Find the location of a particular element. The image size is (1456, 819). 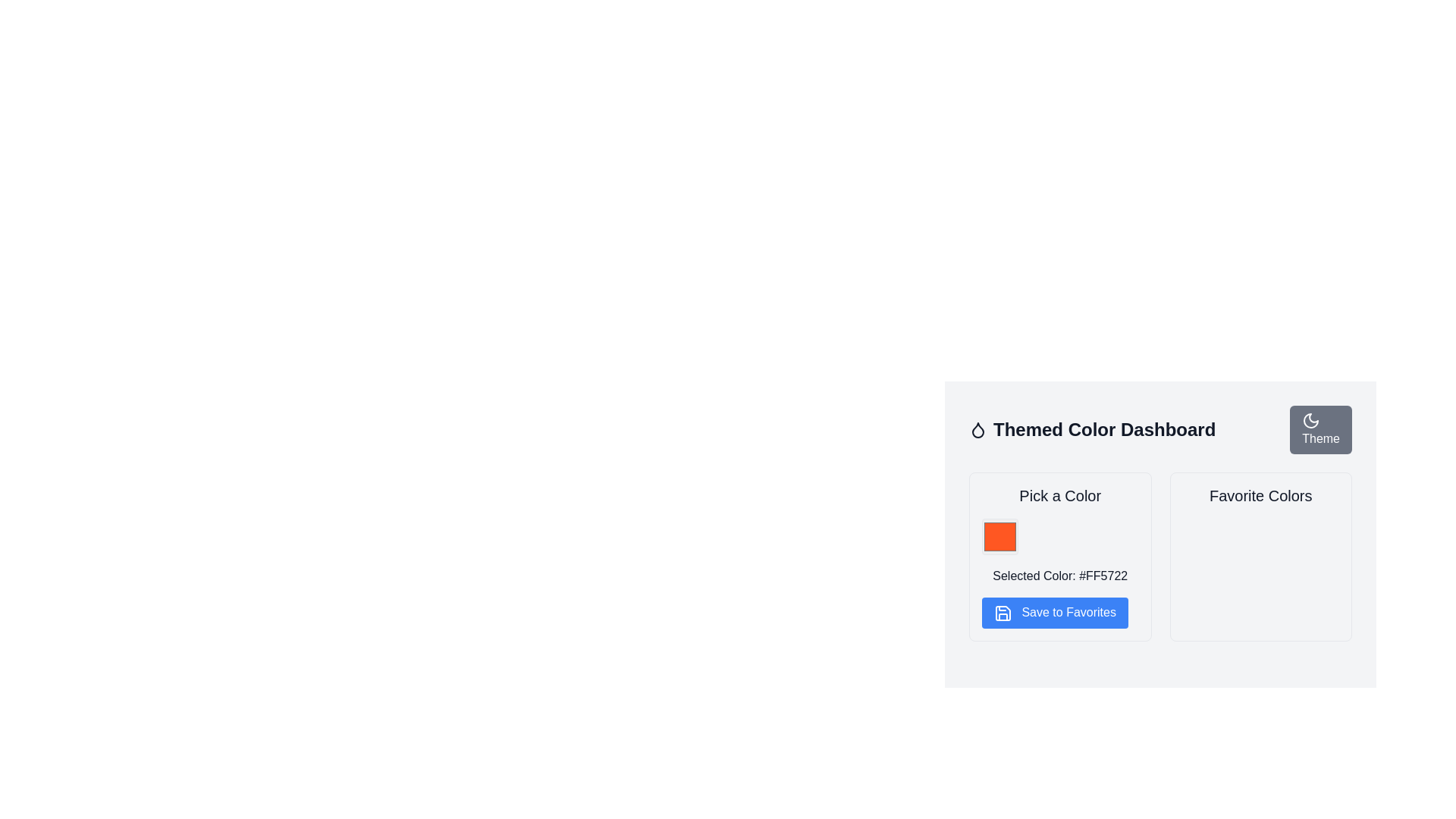

header text 'Favorite Colors' which is styled in a large, bold font and located at the top of a section in the right column of a two-column layout is located at coordinates (1260, 496).